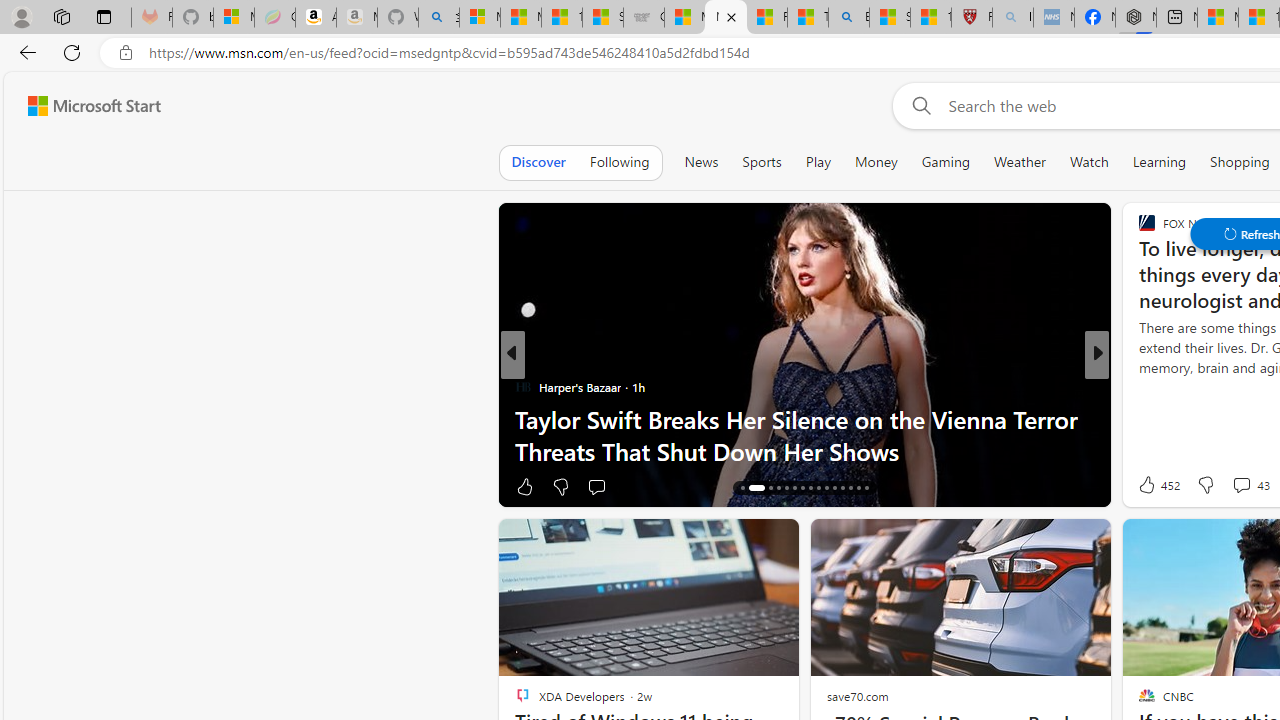 This screenshot has width=1280, height=720. I want to click on 'INSIDER', so click(1138, 387).